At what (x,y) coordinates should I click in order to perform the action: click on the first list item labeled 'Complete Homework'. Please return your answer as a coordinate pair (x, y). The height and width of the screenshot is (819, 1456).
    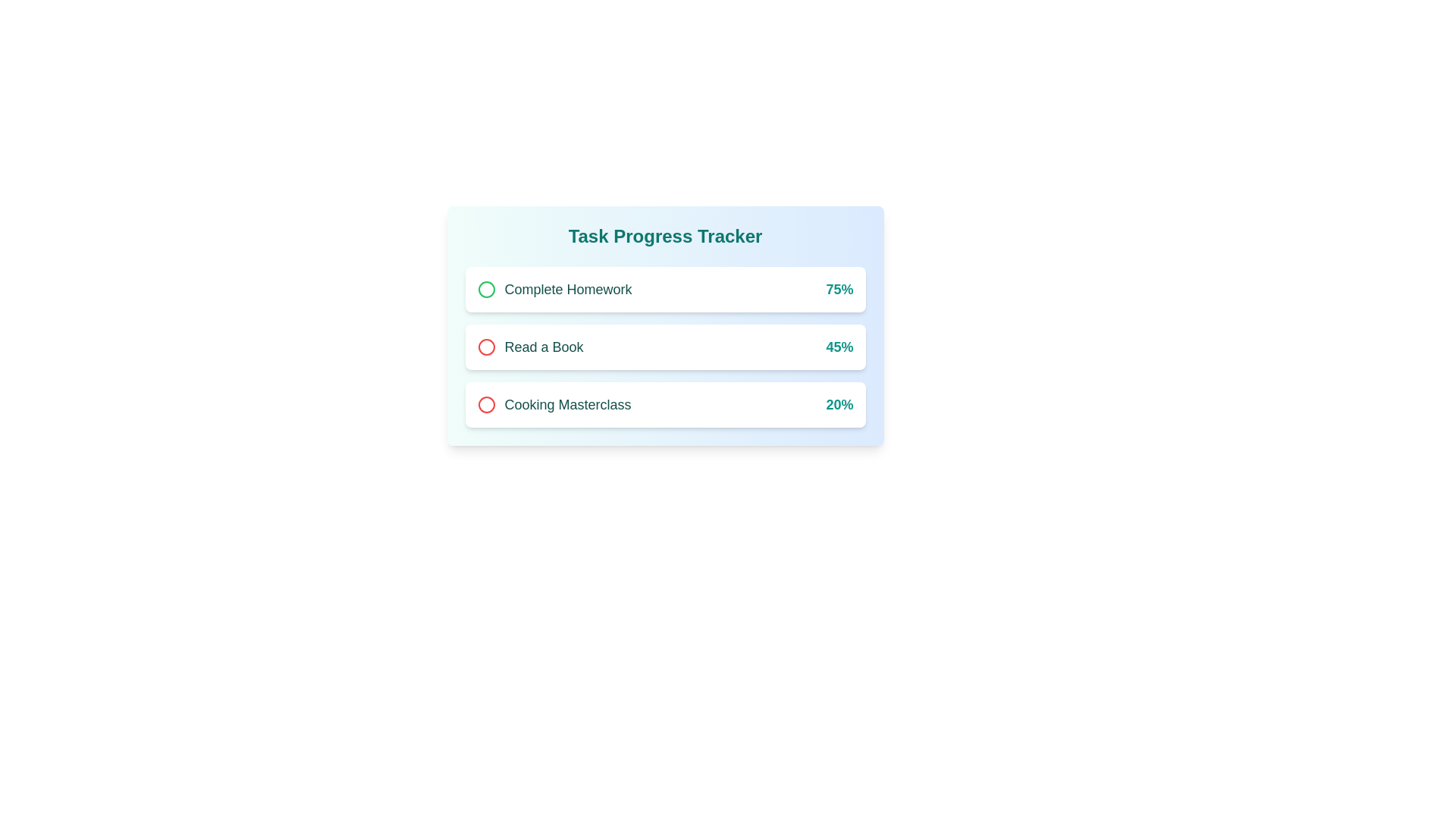
    Looking at the image, I should click on (665, 289).